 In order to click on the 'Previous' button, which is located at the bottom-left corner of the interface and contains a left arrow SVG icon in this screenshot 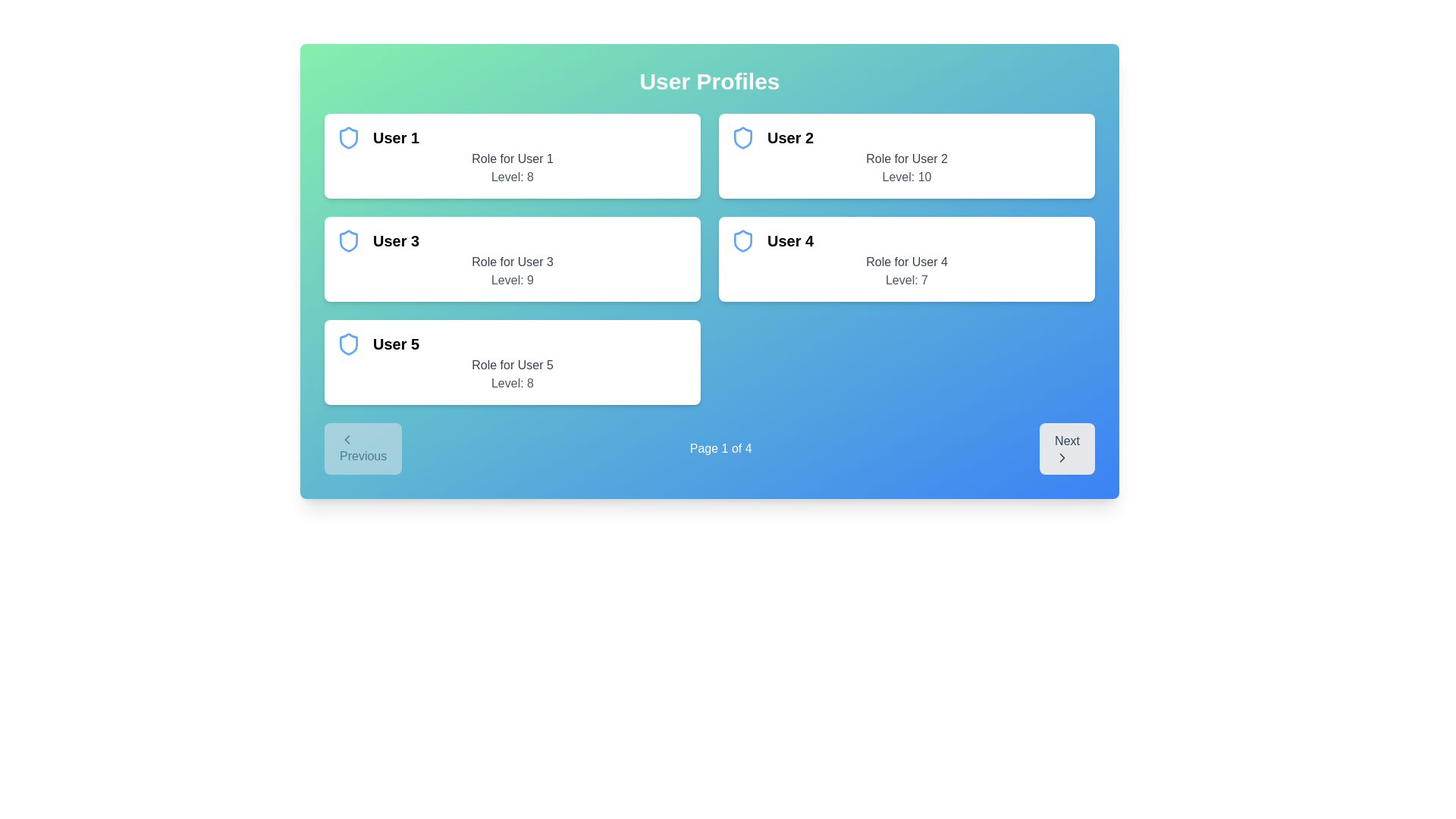, I will do `click(346, 439)`.